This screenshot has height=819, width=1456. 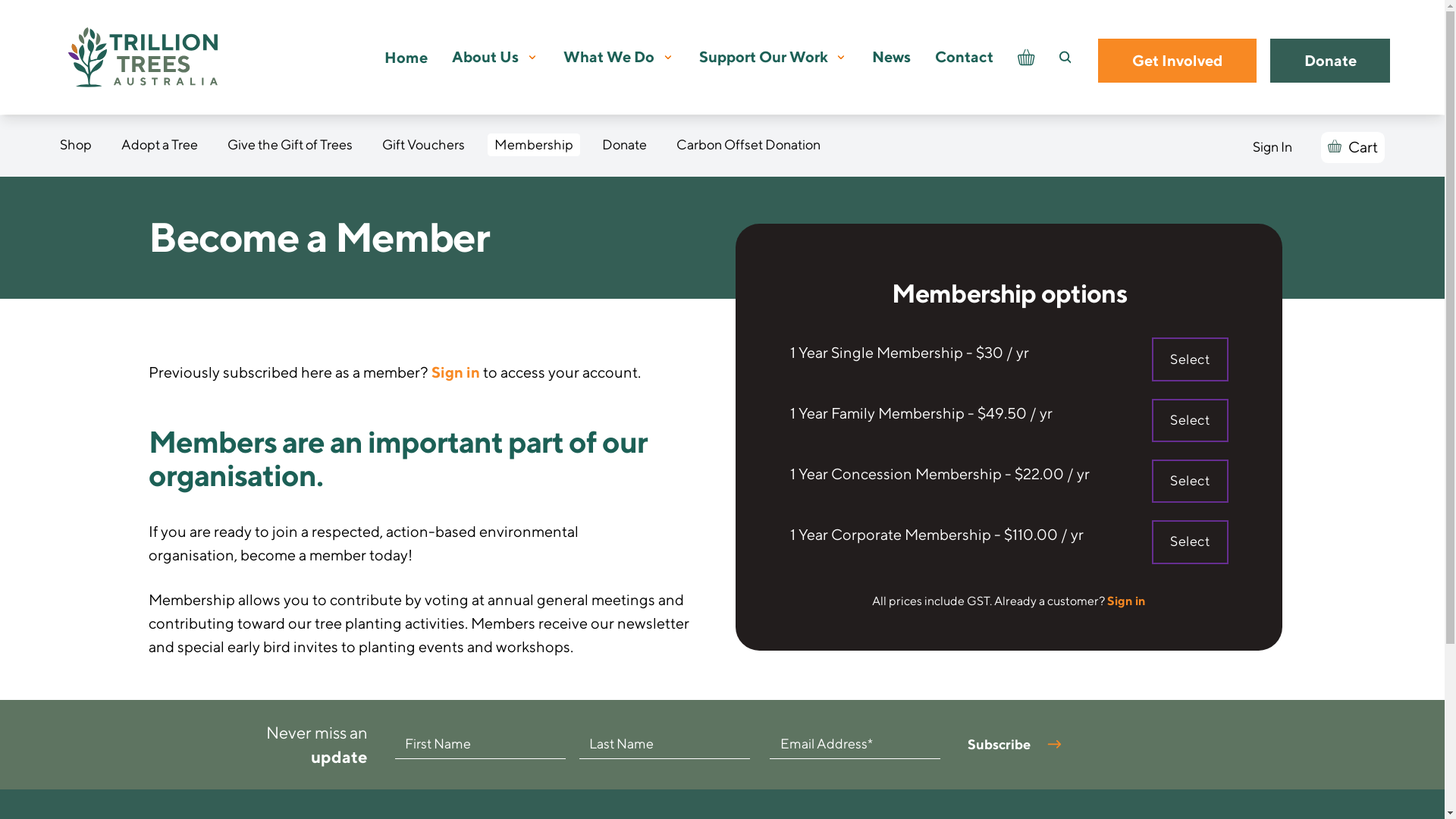 What do you see at coordinates (290, 145) in the screenshot?
I see `'Give the Gift of Trees'` at bounding box center [290, 145].